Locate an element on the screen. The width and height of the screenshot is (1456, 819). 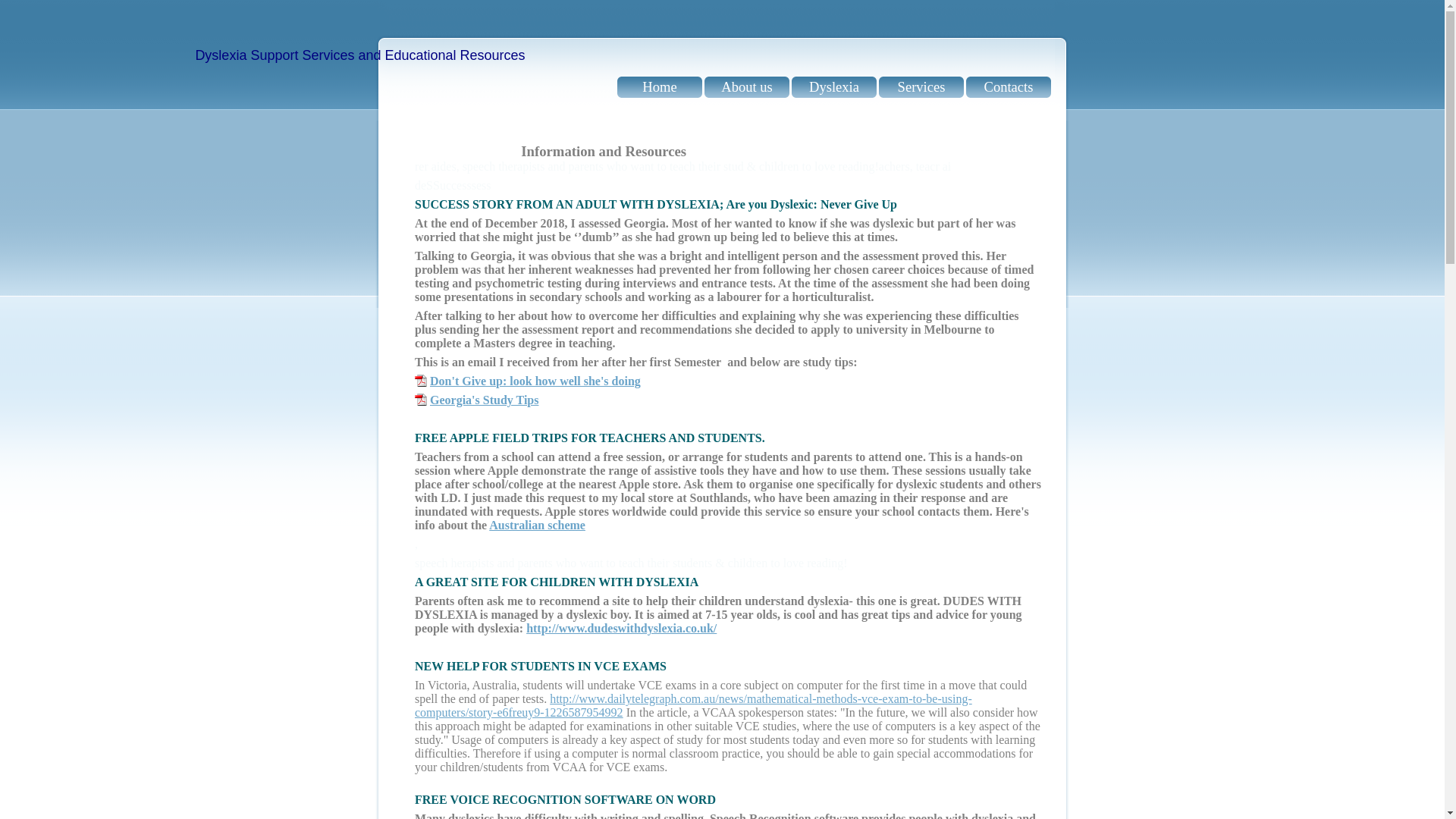
'About us' is located at coordinates (746, 87).